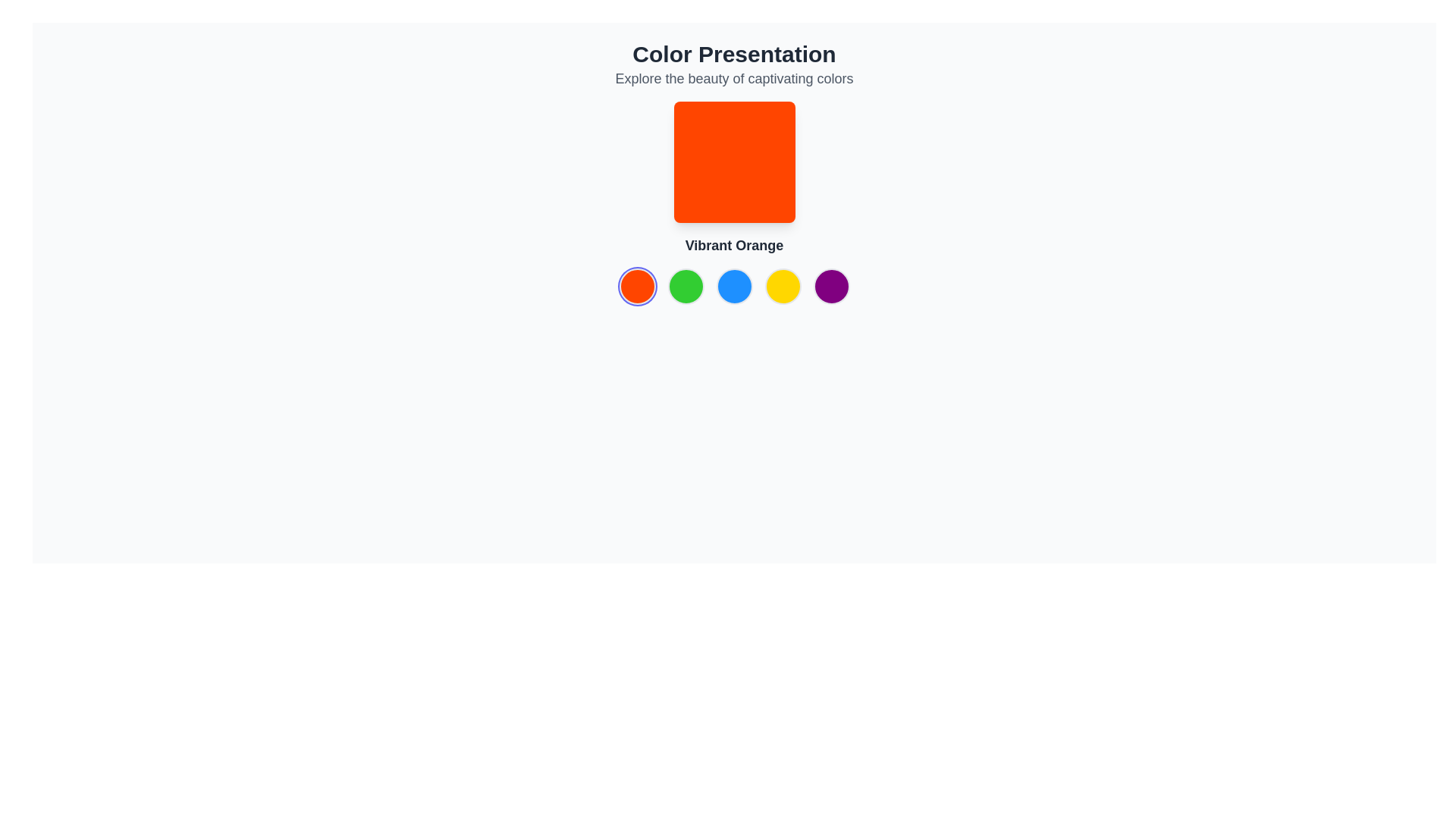 This screenshot has width=1456, height=819. What do you see at coordinates (783, 287) in the screenshot?
I see `the circular button with a golden yellow background, the fourth button in a row of five, to see the focus effect` at bounding box center [783, 287].